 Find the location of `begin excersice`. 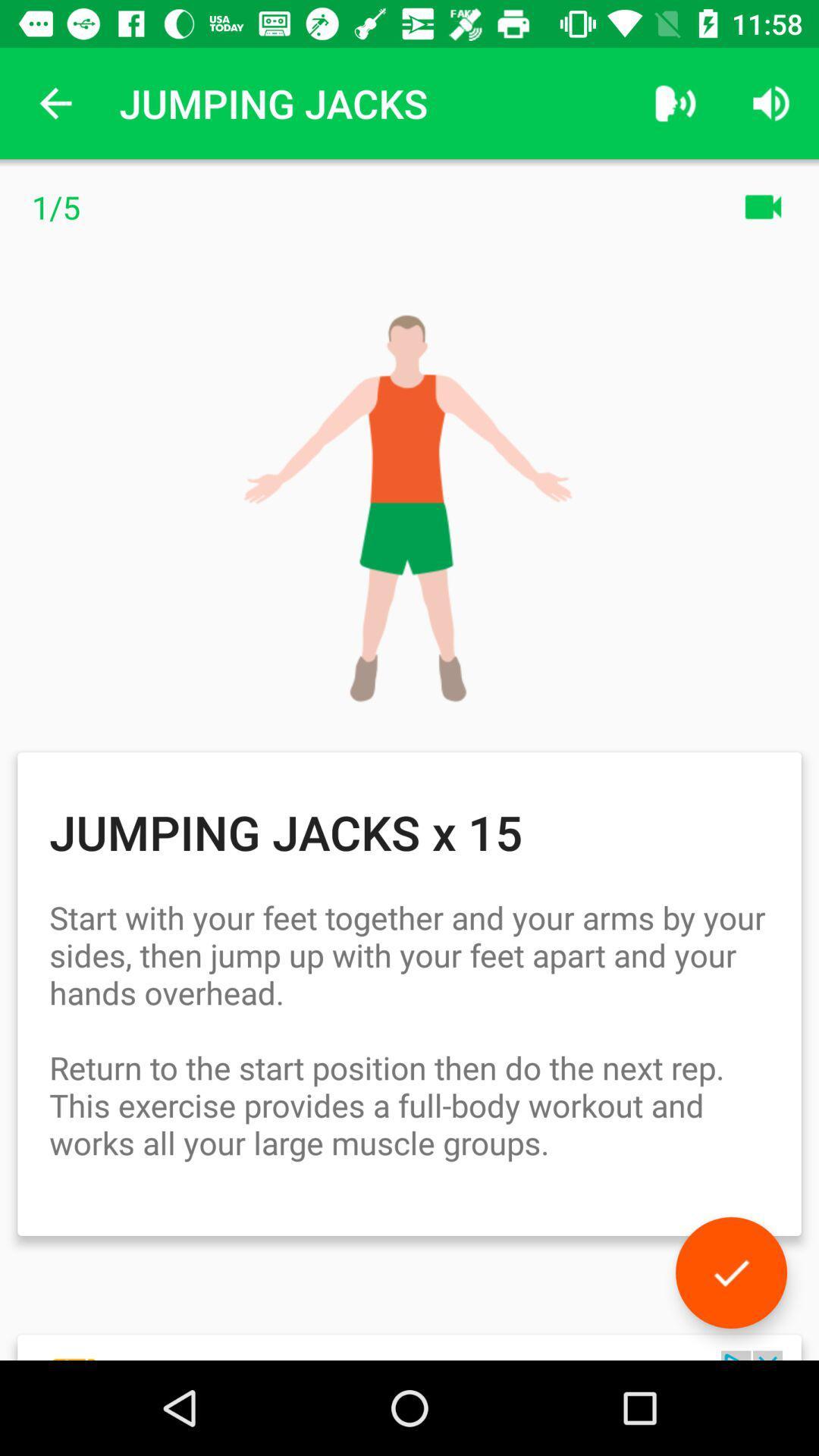

begin excersice is located at coordinates (730, 1272).